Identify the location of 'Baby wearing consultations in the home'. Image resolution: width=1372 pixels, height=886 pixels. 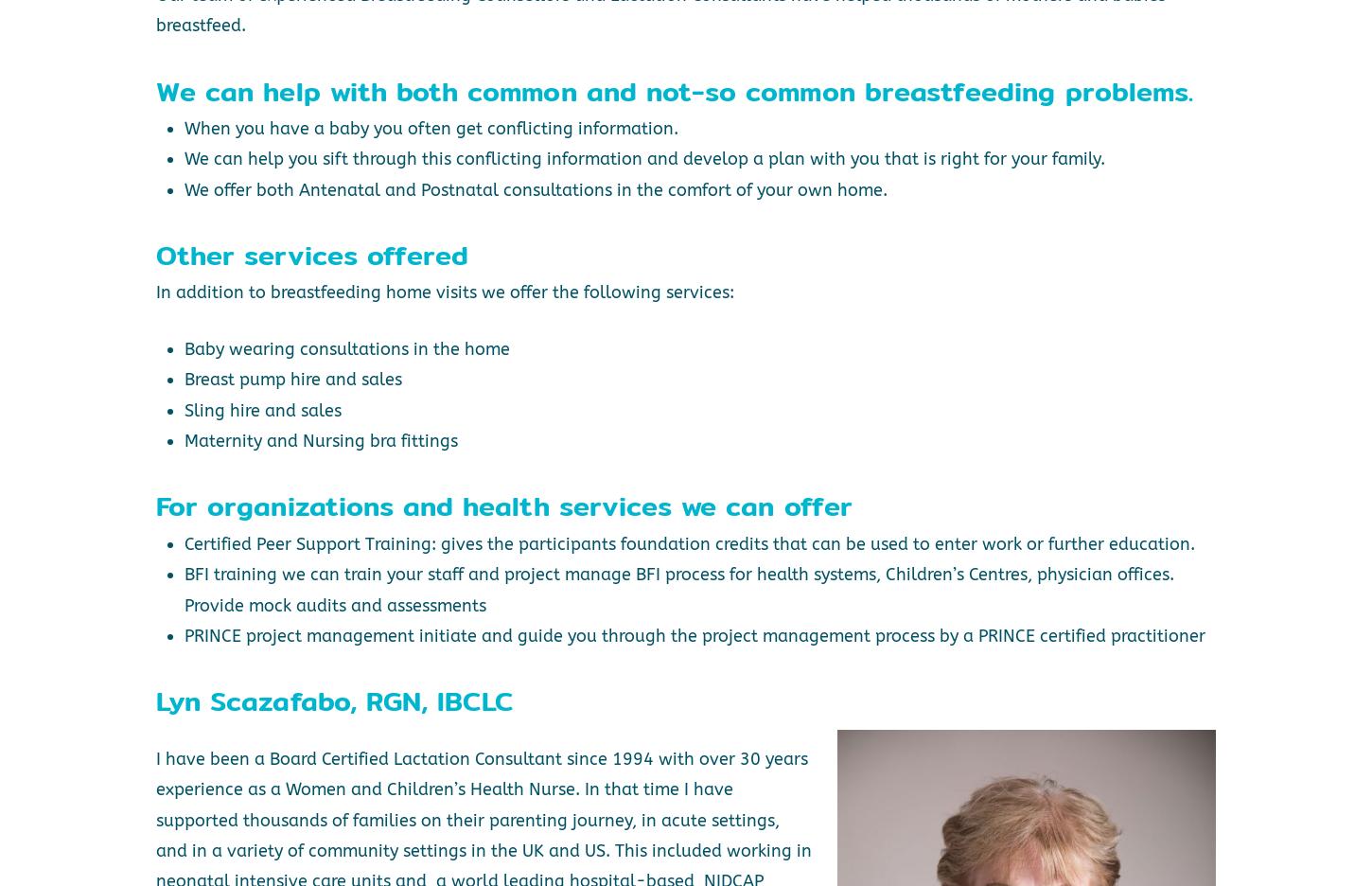
(344, 348).